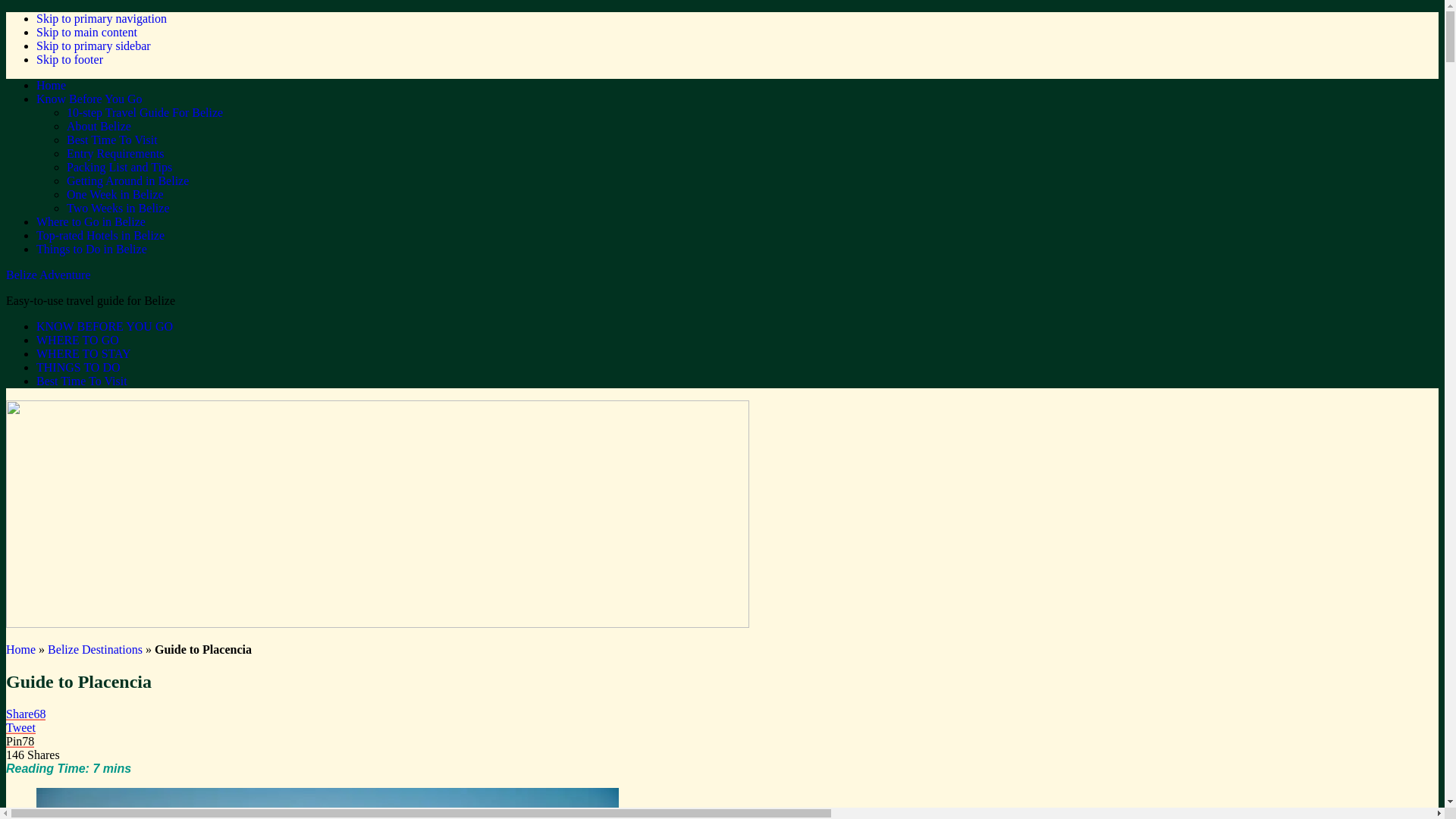 Image resolution: width=1456 pixels, height=819 pixels. What do you see at coordinates (115, 153) in the screenshot?
I see `'Entry Requirements'` at bounding box center [115, 153].